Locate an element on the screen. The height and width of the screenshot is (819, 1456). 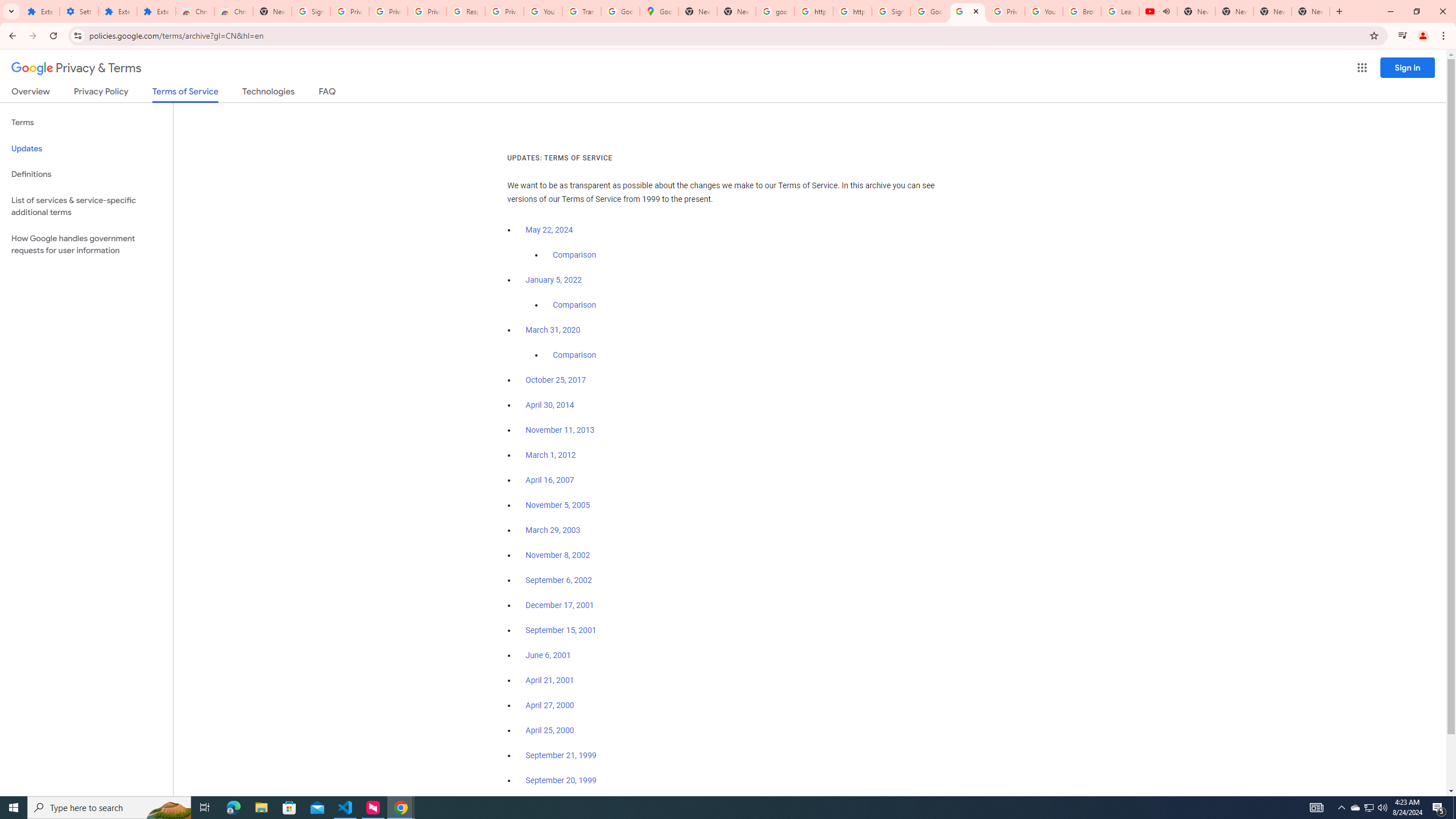
'Google Maps' is located at coordinates (659, 11).